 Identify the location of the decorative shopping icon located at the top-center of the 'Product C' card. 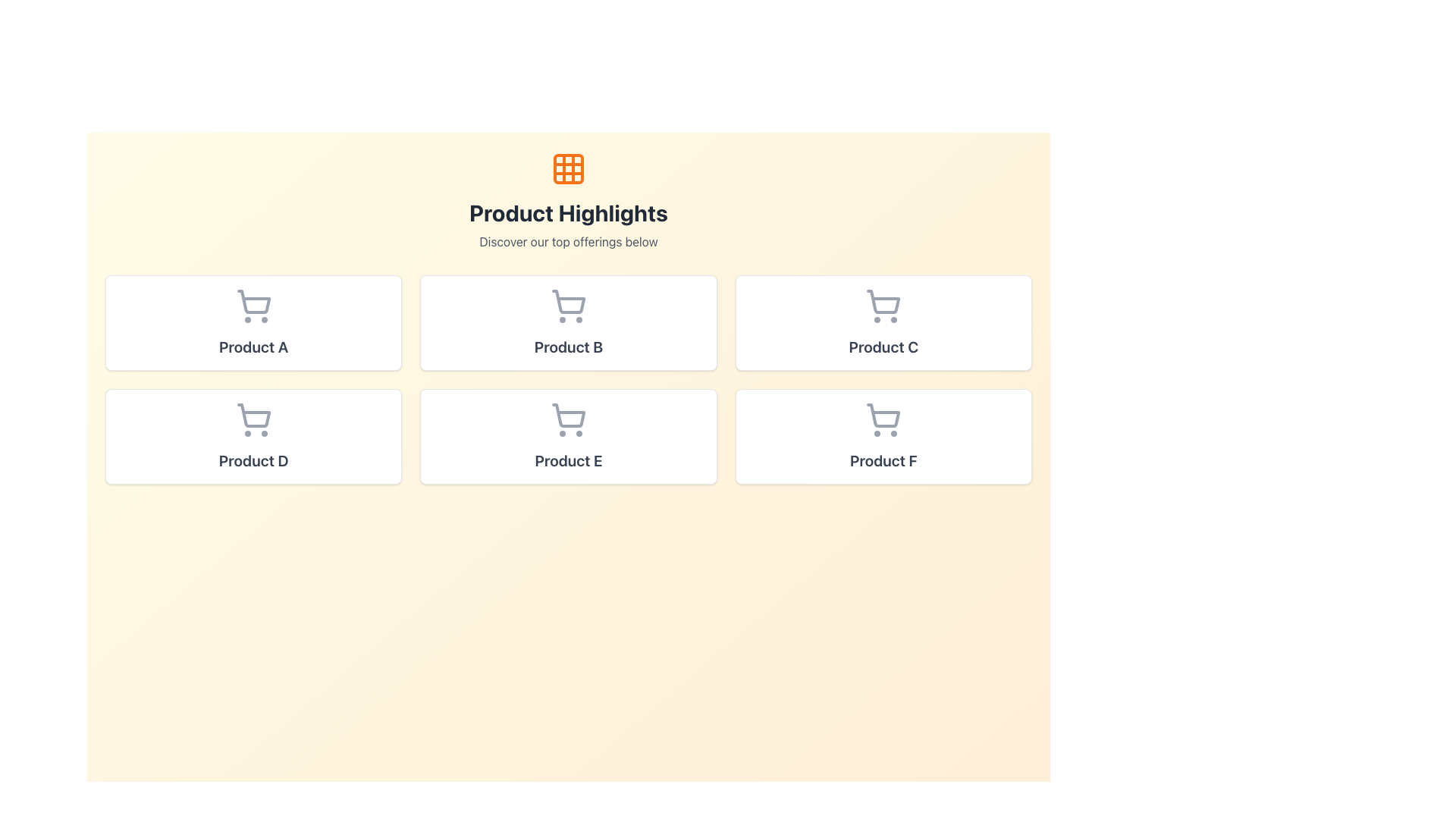
(883, 306).